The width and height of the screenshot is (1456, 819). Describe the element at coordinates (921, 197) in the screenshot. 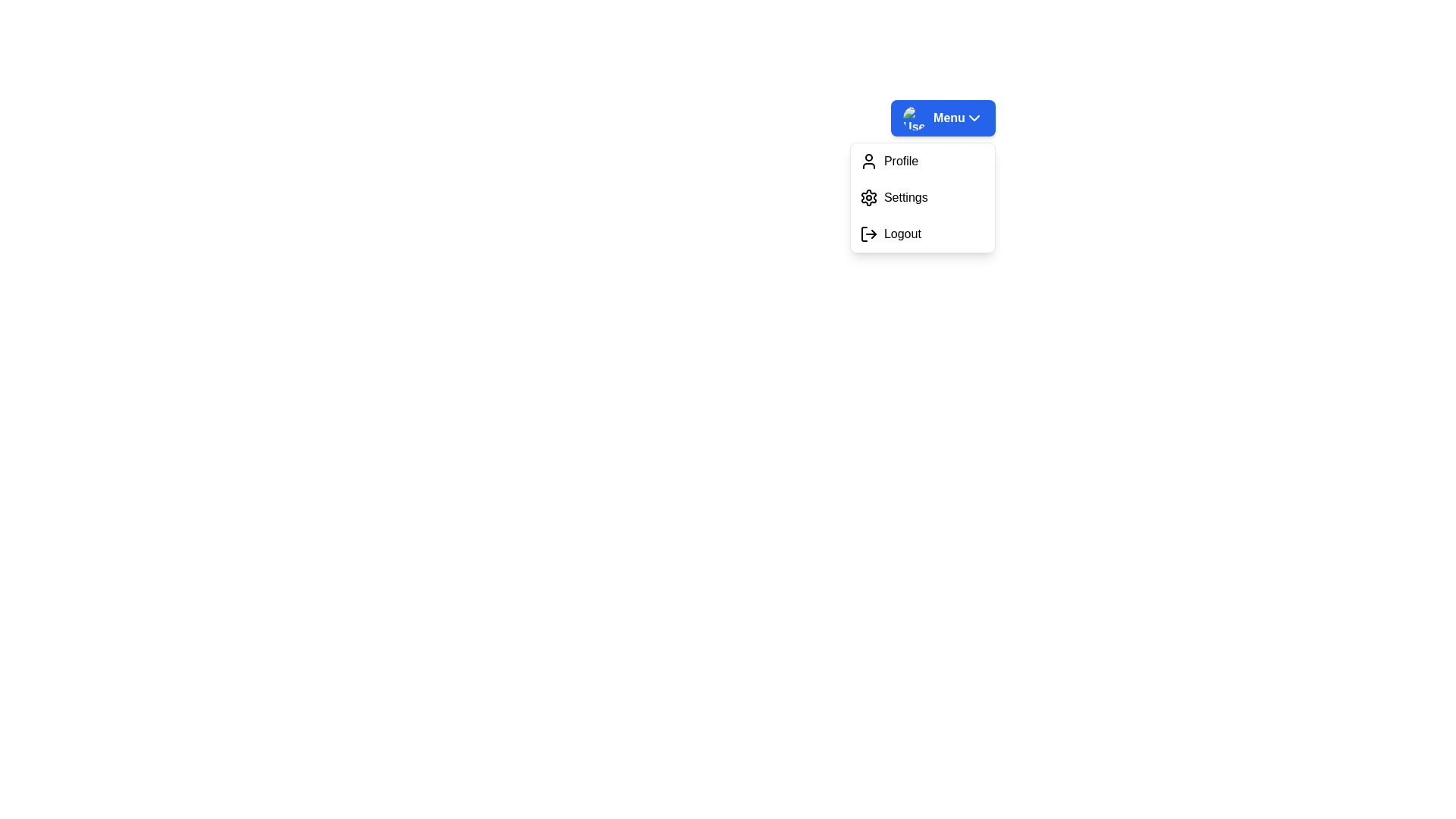

I see `the 'Settings' option in the dropdown menu` at that location.